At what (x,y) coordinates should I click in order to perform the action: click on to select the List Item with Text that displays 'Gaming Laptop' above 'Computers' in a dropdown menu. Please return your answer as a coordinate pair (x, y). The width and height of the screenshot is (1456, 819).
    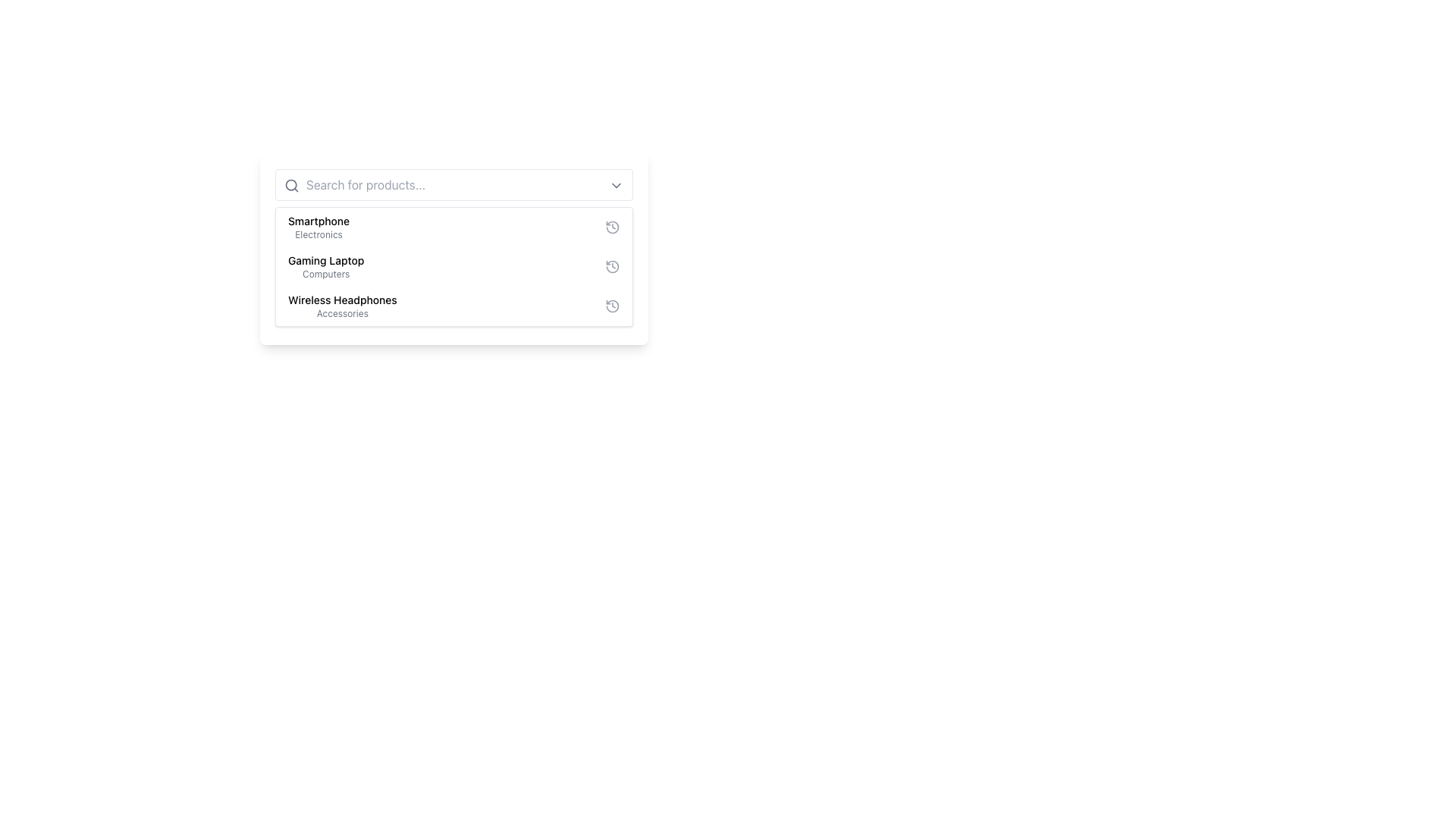
    Looking at the image, I should click on (325, 265).